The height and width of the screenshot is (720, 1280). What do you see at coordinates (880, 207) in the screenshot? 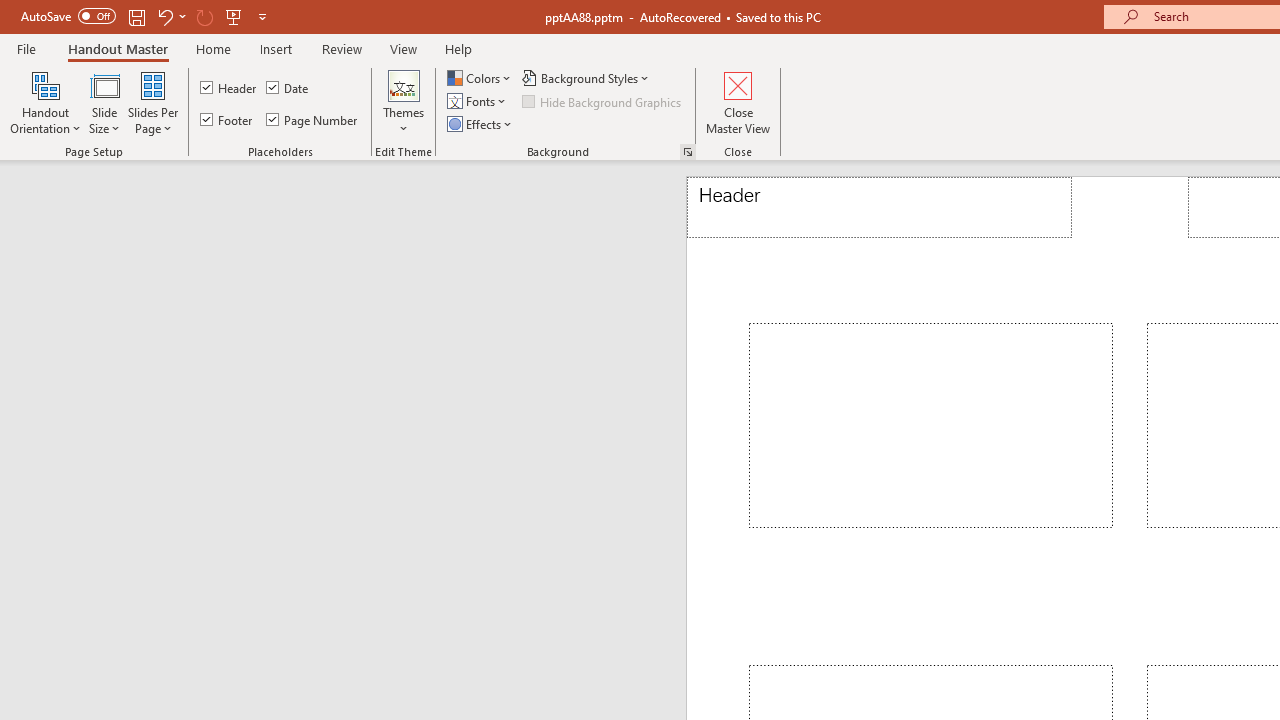
I see `'Header'` at bounding box center [880, 207].